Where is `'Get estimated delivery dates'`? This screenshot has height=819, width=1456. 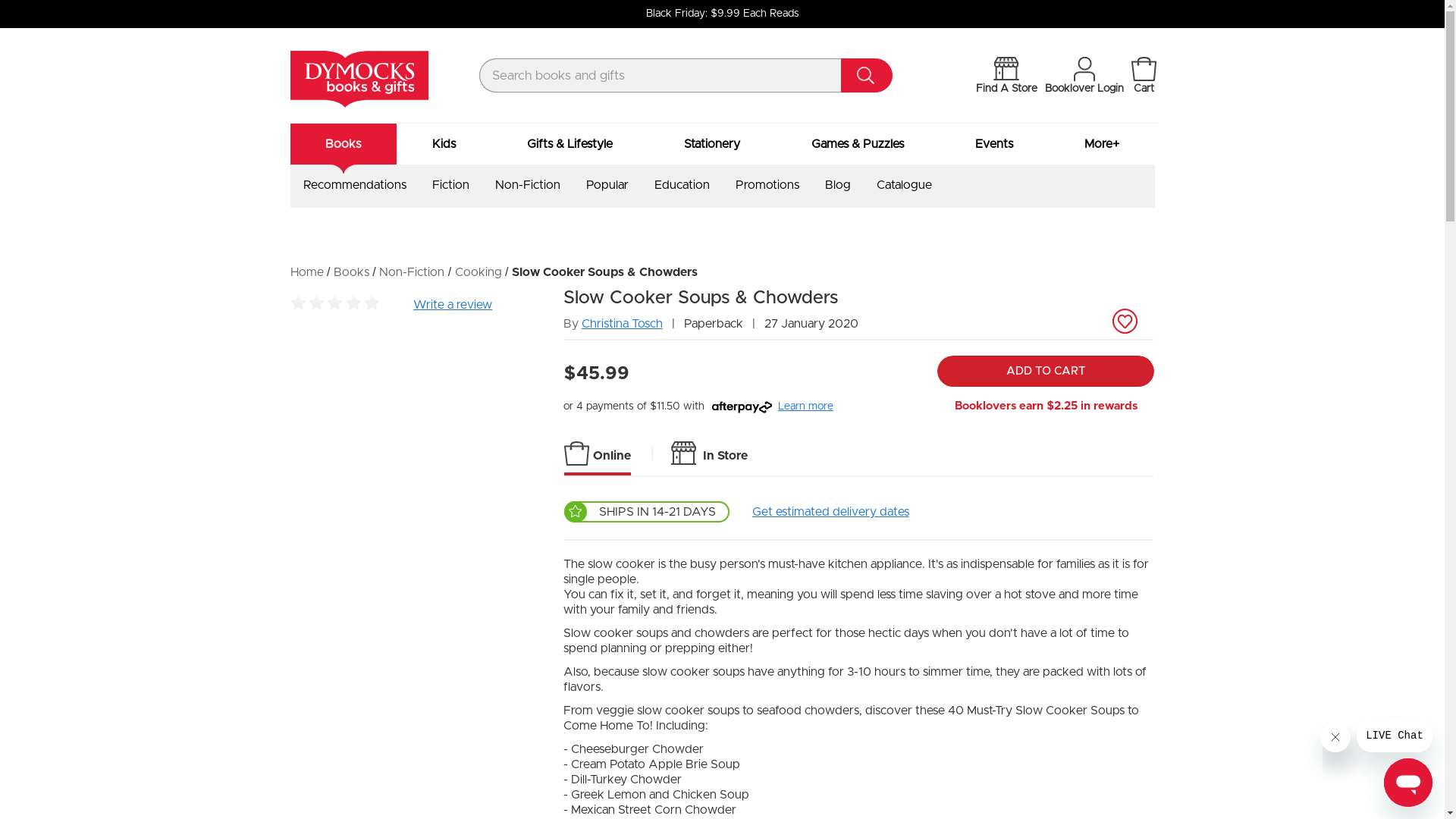
'Get estimated delivery dates' is located at coordinates (752, 512).